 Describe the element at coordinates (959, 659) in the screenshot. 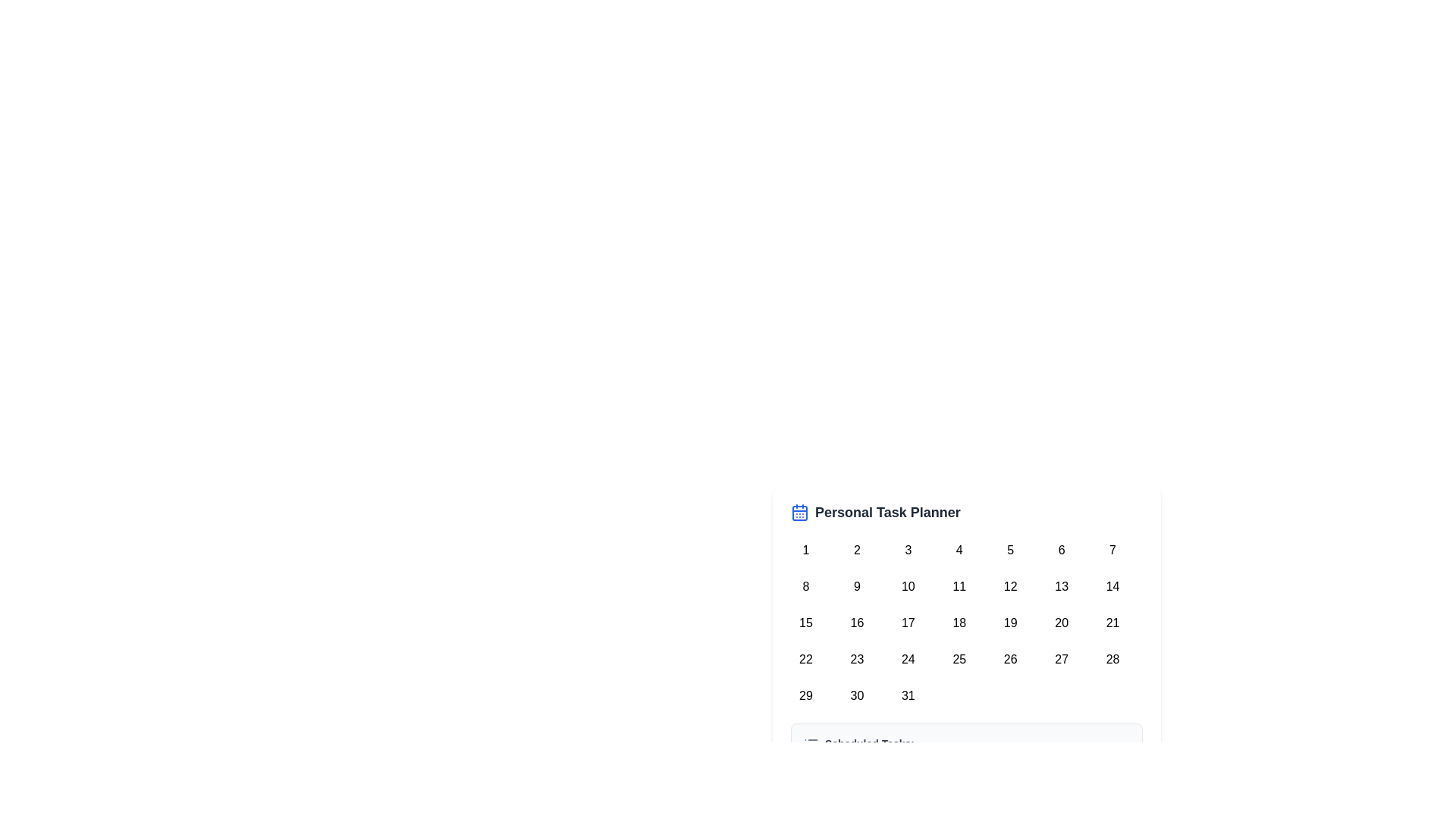

I see `the button labeled '25', which is a small square with a rounded border located in the fourth row and fourth column of a 7-column grid in the calendar component` at that location.